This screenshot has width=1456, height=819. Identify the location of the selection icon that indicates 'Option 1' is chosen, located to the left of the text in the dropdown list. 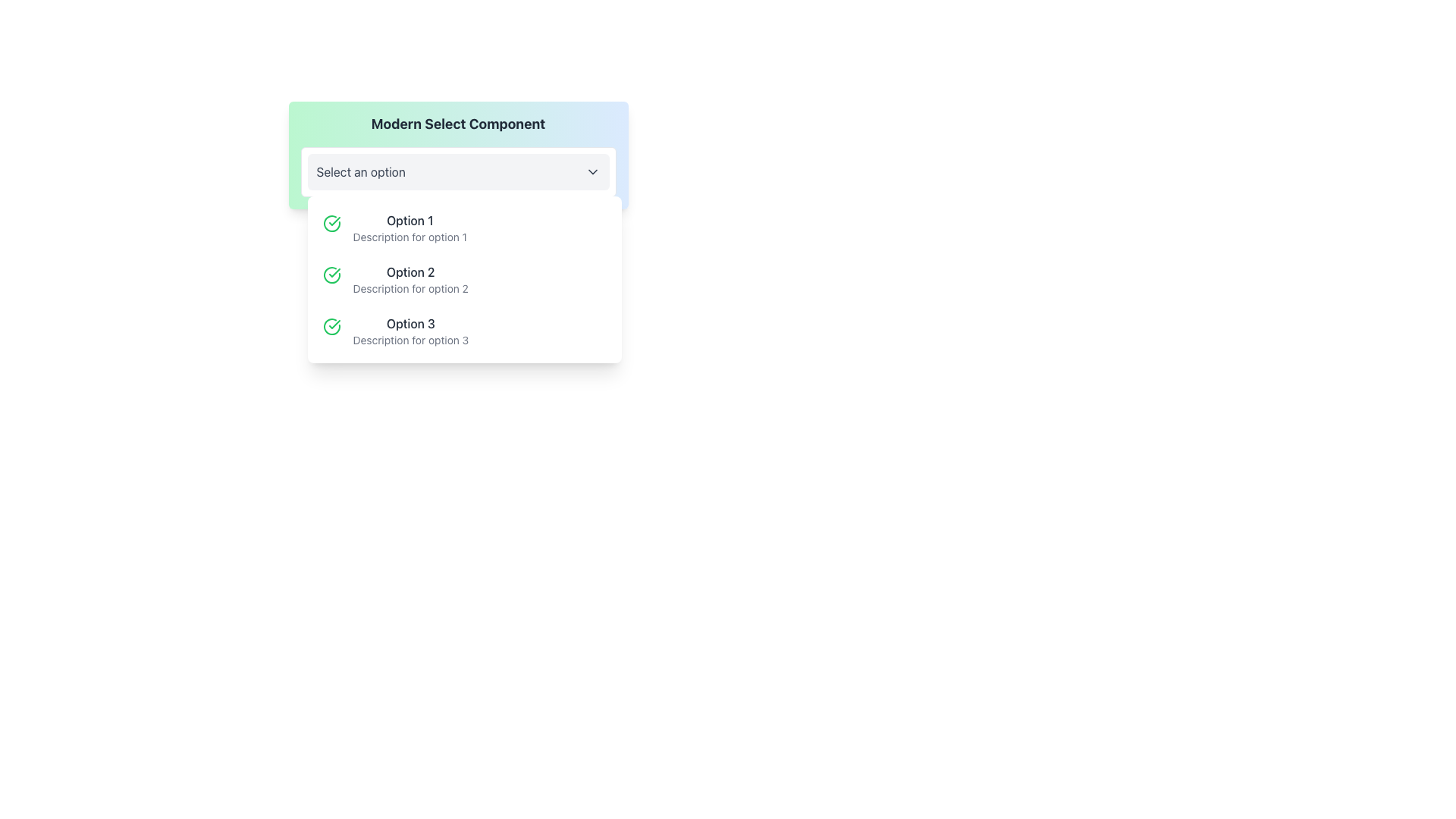
(331, 223).